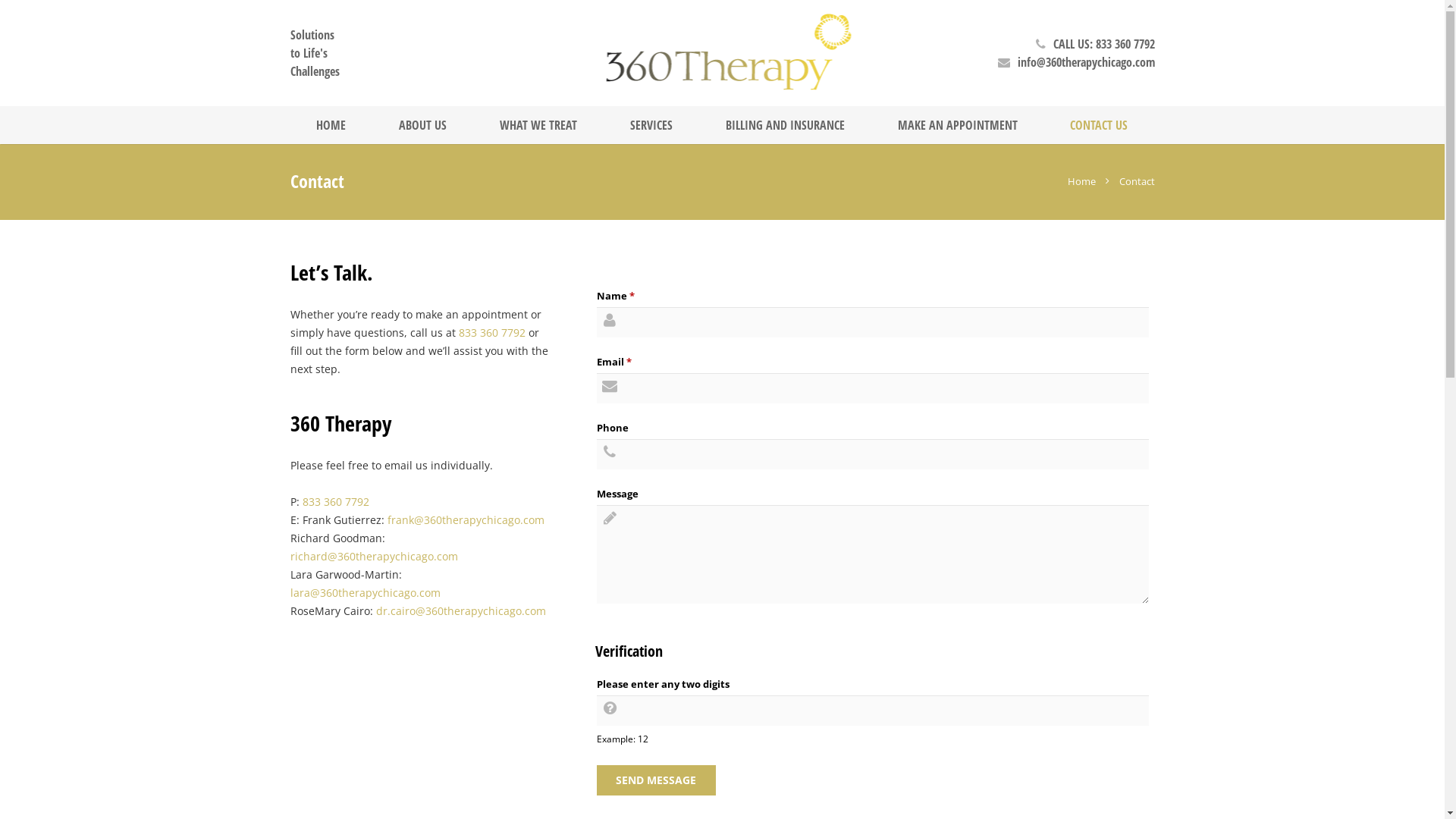 Image resolution: width=1456 pixels, height=819 pixels. I want to click on 'Home', so click(1066, 180).